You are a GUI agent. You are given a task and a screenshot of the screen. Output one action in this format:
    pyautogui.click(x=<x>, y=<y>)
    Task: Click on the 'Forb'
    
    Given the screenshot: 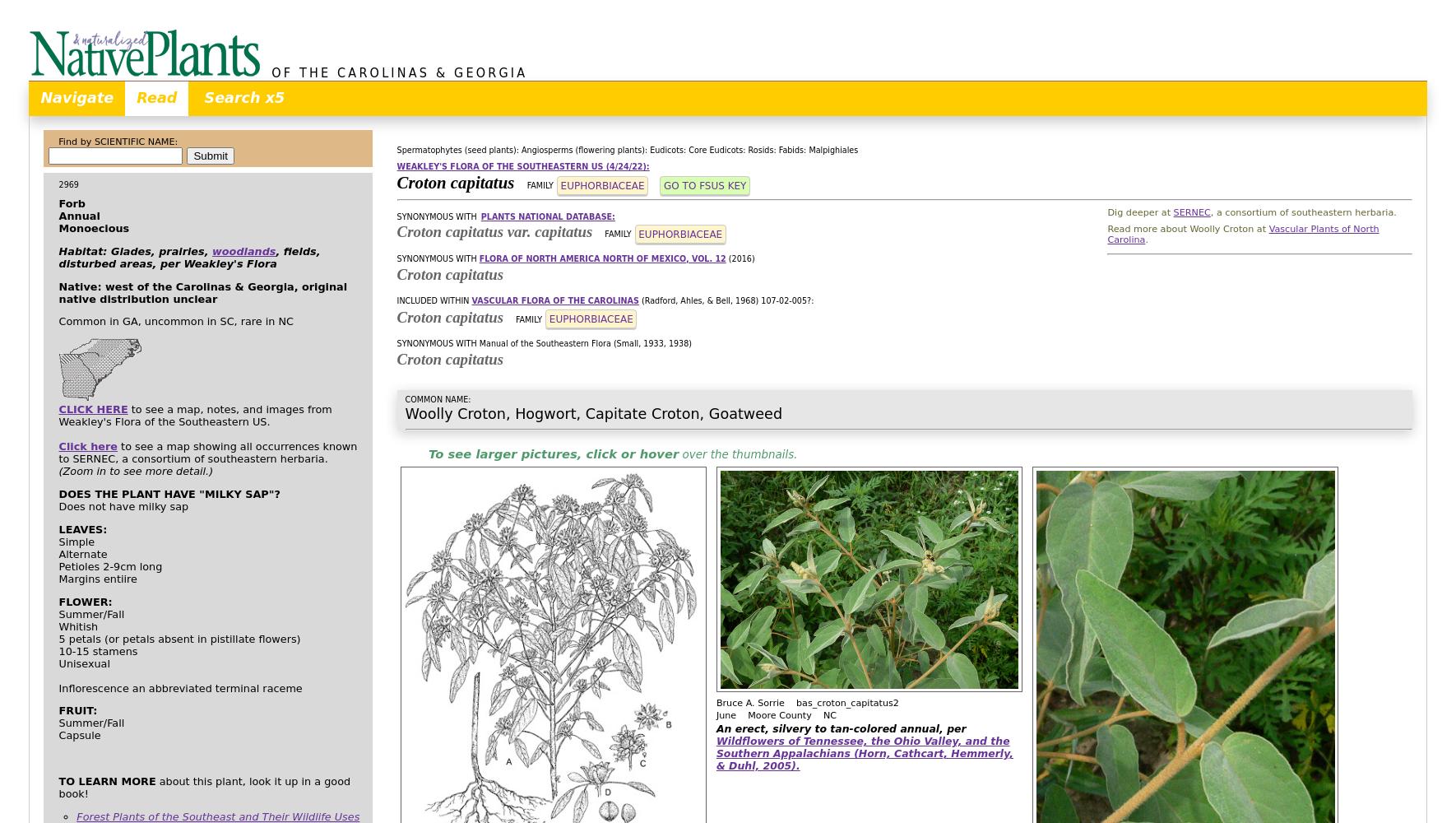 What is the action you would take?
    pyautogui.click(x=71, y=202)
    